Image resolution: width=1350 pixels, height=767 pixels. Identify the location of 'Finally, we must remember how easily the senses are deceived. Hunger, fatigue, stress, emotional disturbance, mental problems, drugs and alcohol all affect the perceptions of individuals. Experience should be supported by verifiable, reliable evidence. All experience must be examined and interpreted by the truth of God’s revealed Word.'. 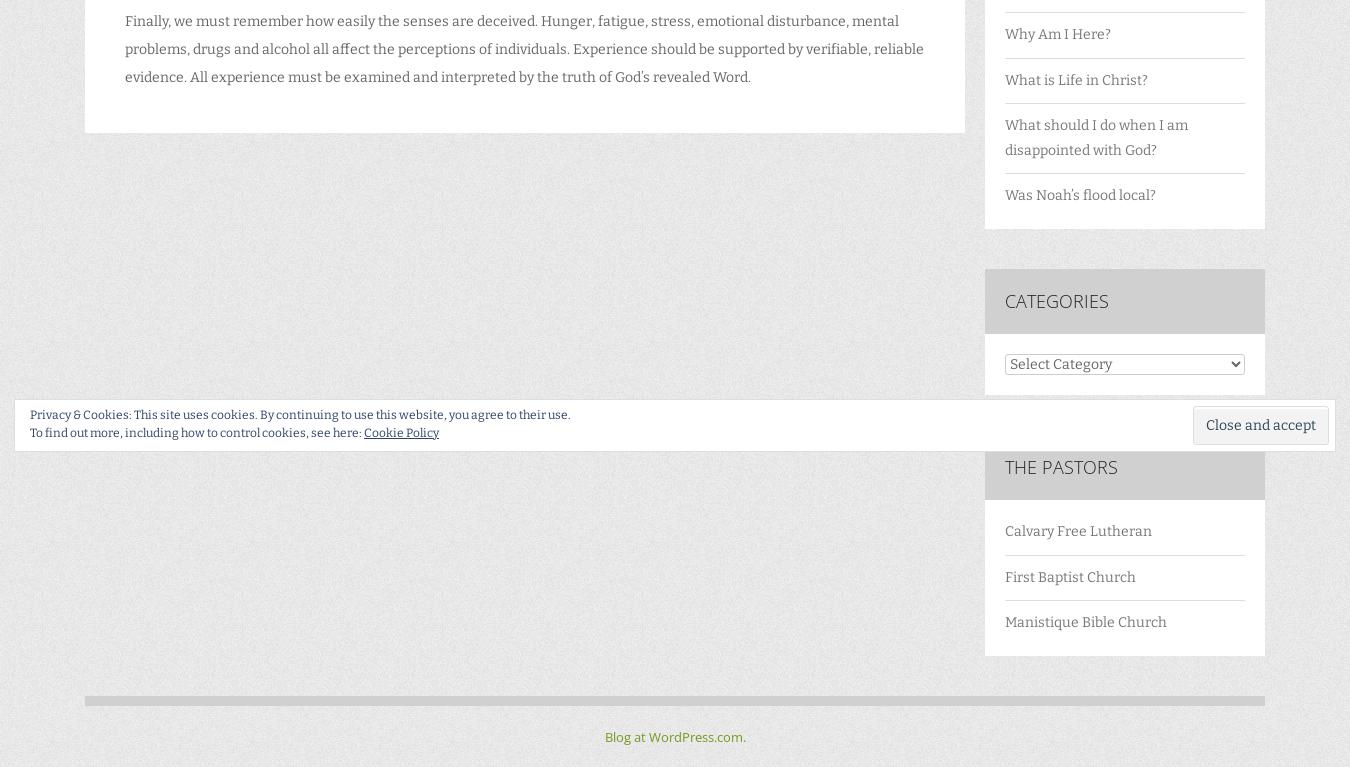
(125, 49).